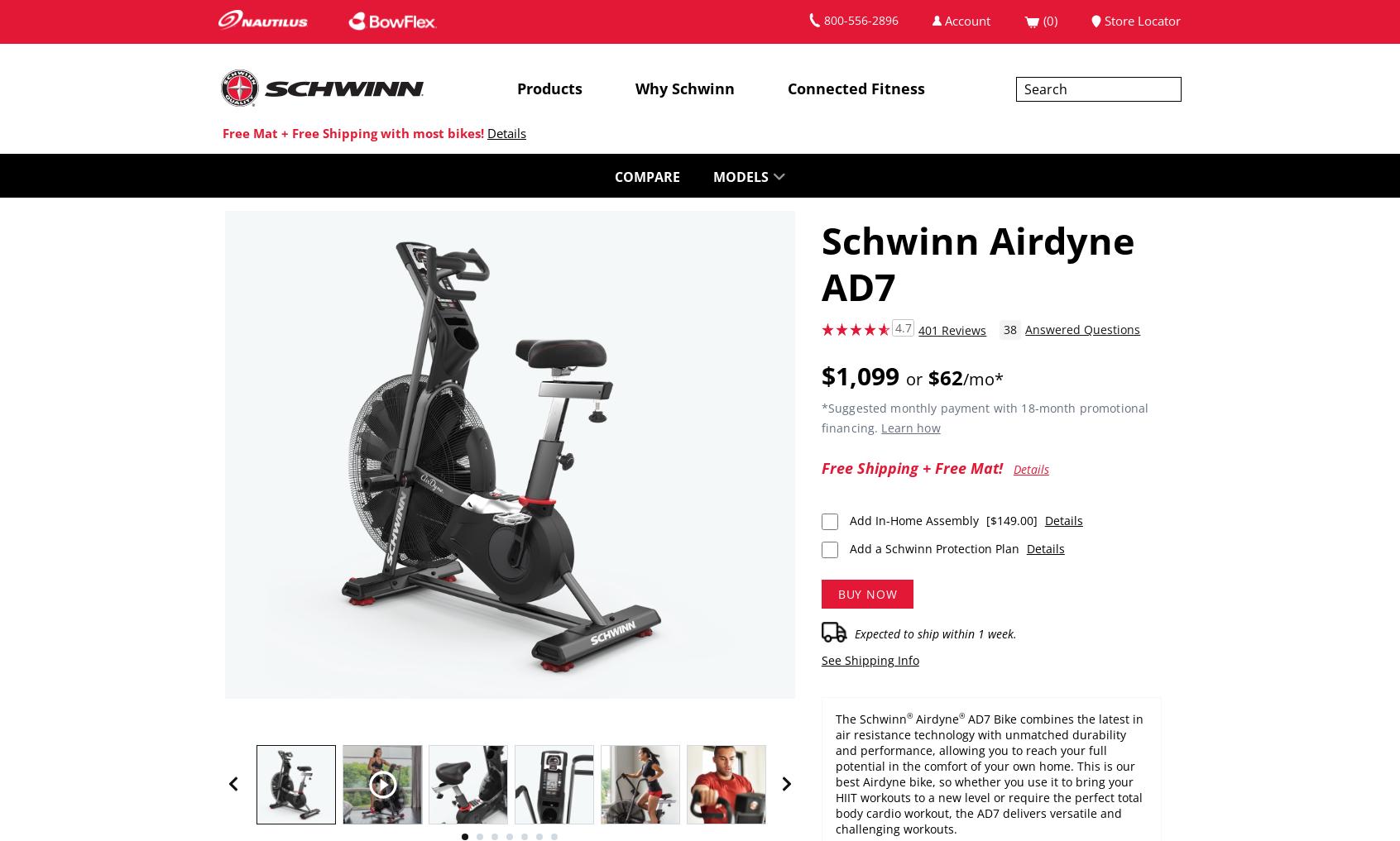  Describe the element at coordinates (869, 718) in the screenshot. I see `'The Schwinn'` at that location.